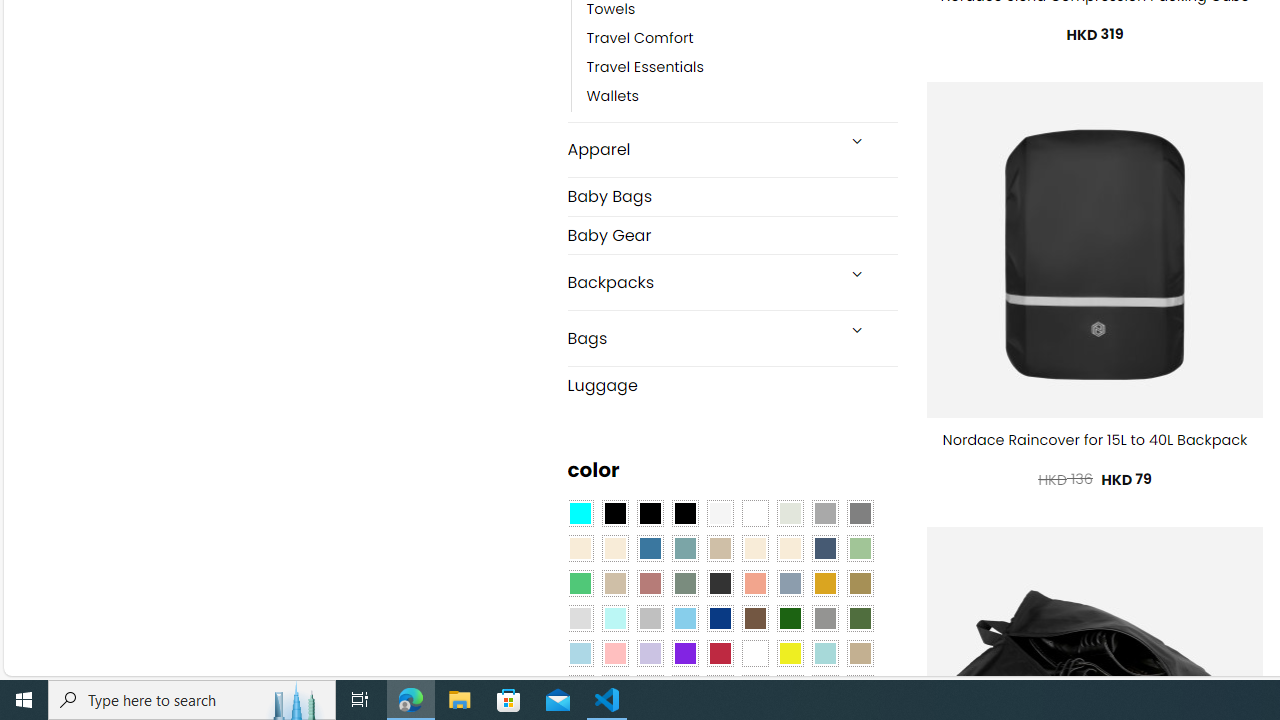 This screenshot has height=720, width=1280. Describe the element at coordinates (640, 38) in the screenshot. I see `'Travel Comfort'` at that location.